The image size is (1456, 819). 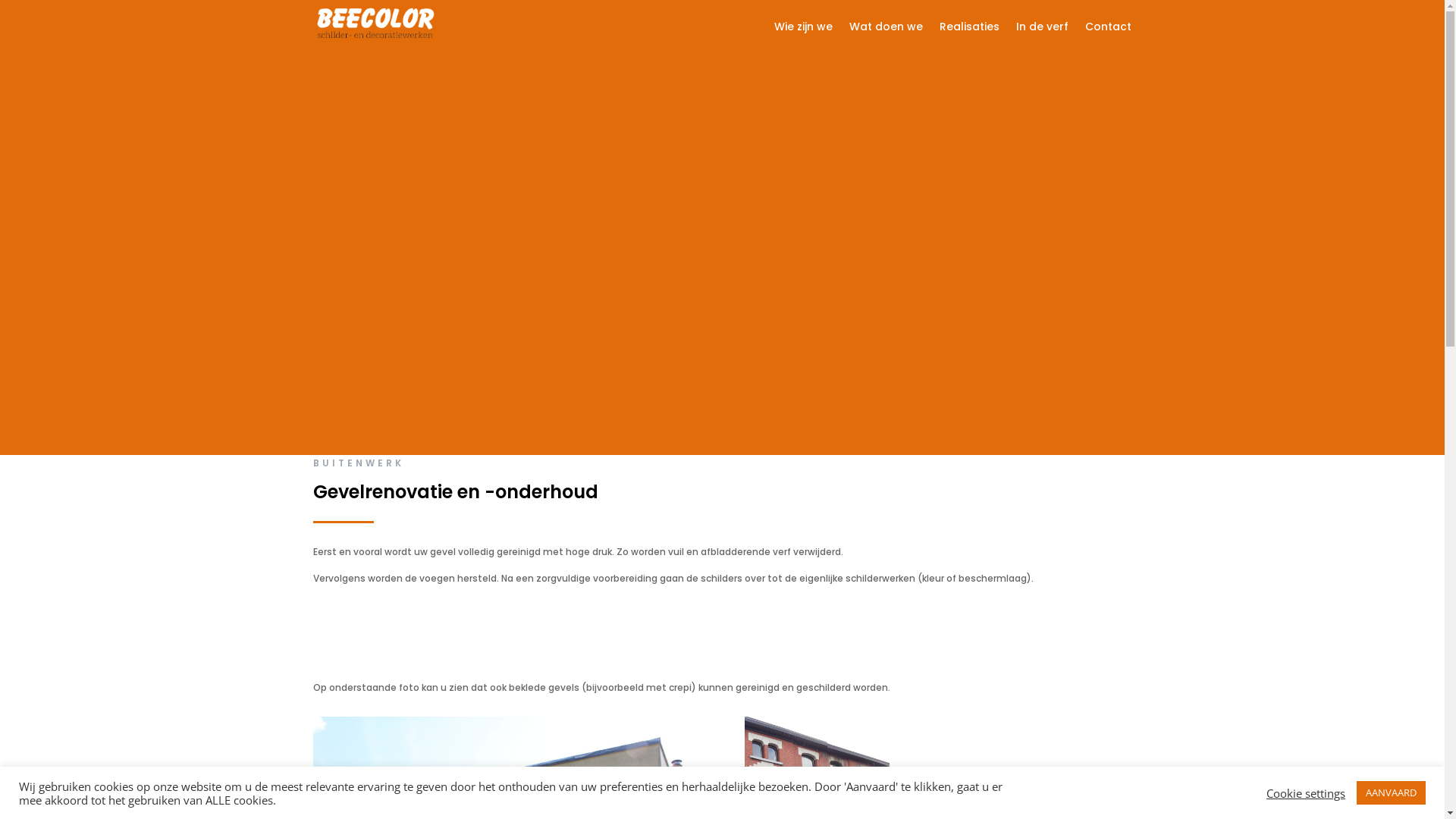 What do you see at coordinates (802, 29) in the screenshot?
I see `'Wie zijn we'` at bounding box center [802, 29].